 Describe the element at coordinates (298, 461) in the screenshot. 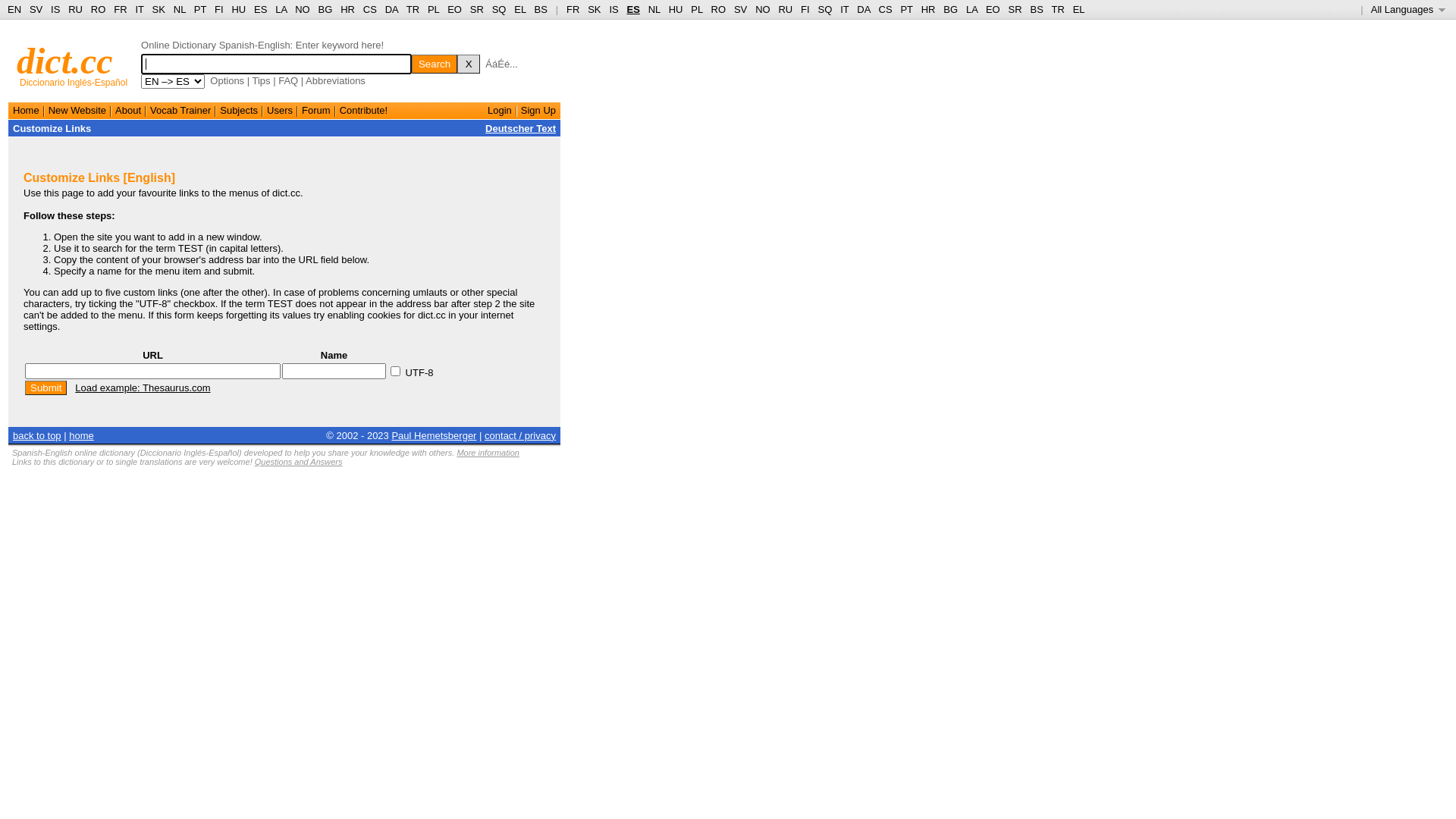

I see `'Questions and Answers'` at that location.